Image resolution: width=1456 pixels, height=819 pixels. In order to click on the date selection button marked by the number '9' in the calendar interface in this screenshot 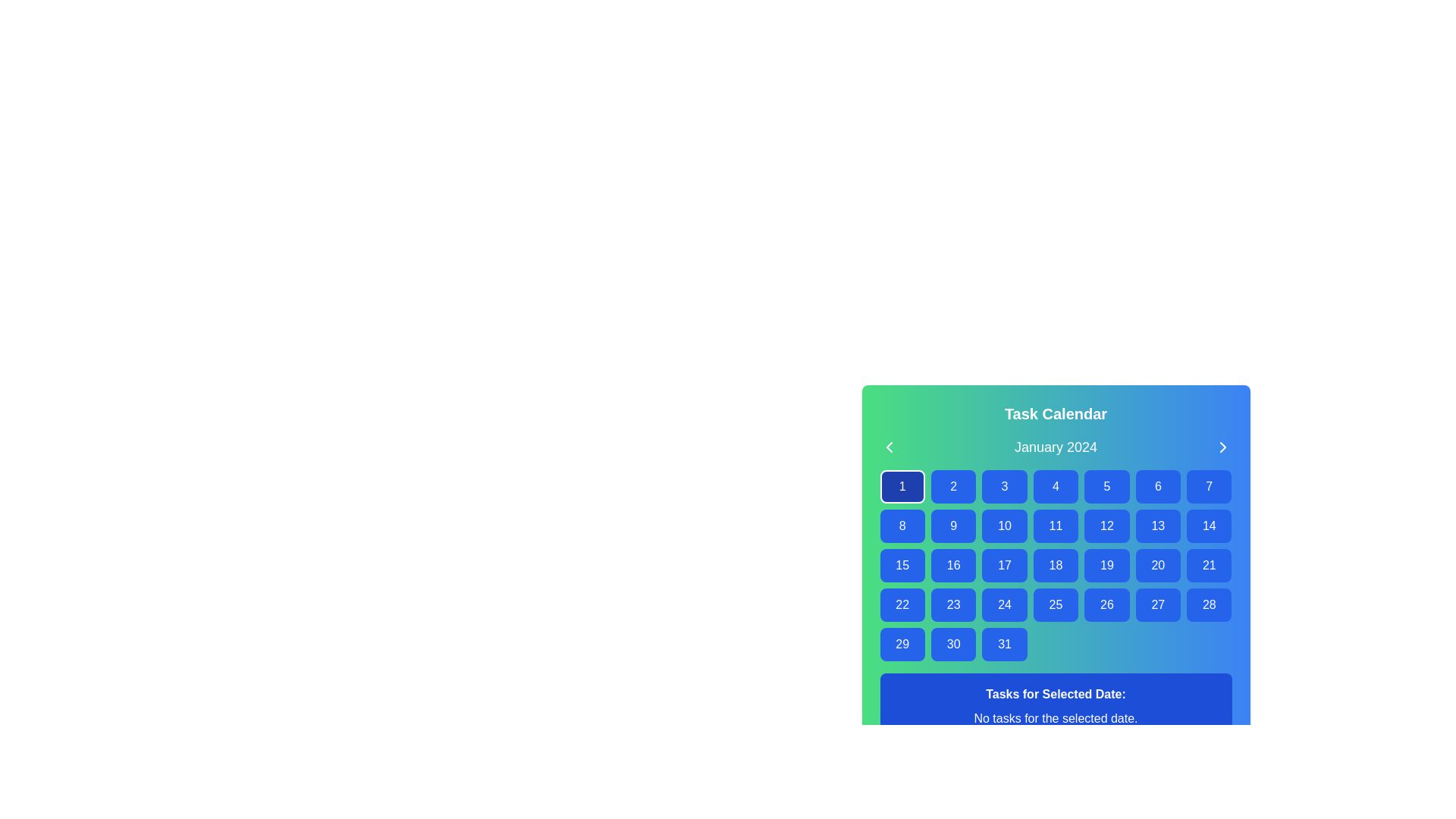, I will do `click(952, 526)`.